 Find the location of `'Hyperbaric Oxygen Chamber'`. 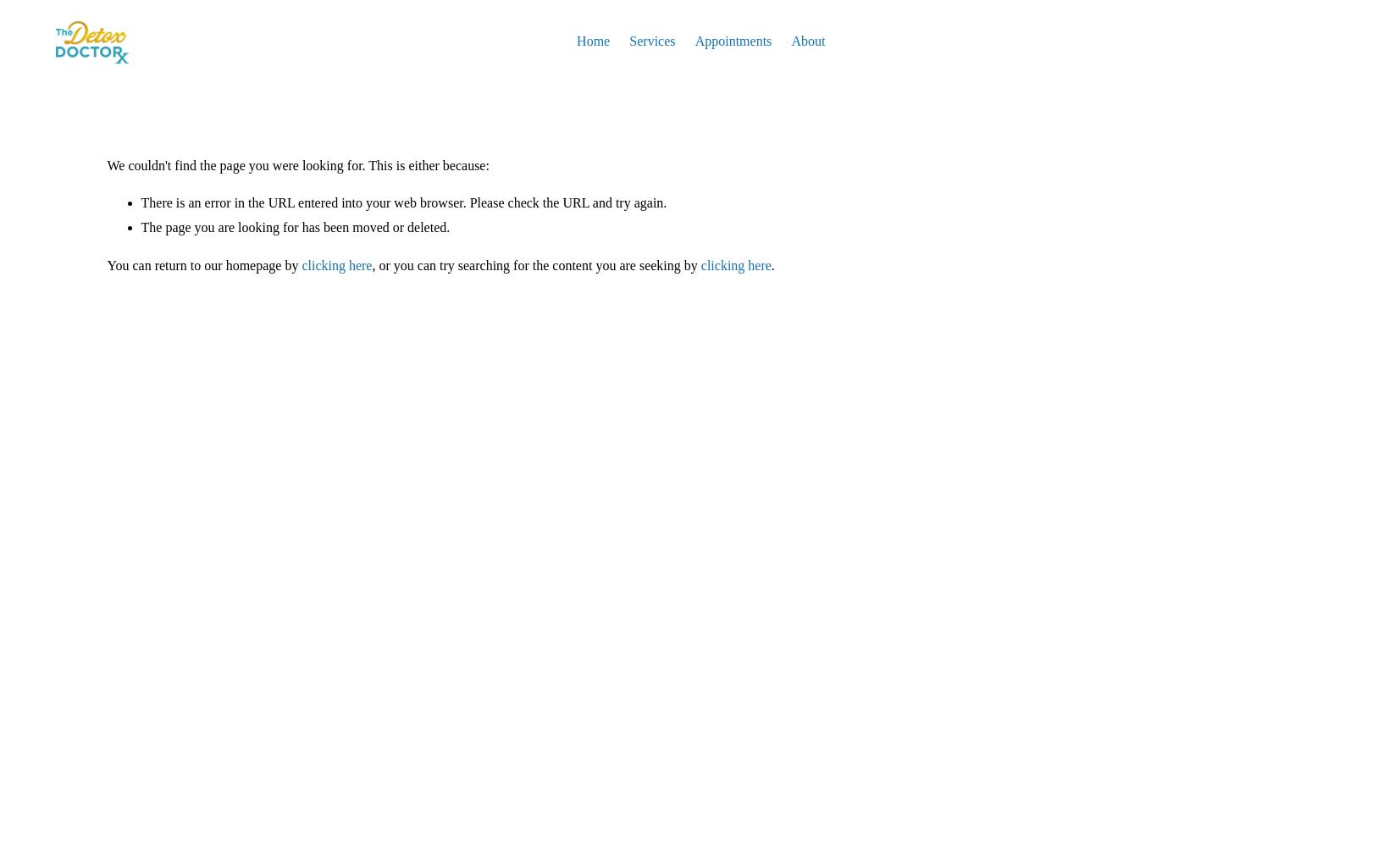

'Hyperbaric Oxygen Chamber' is located at coordinates (709, 112).